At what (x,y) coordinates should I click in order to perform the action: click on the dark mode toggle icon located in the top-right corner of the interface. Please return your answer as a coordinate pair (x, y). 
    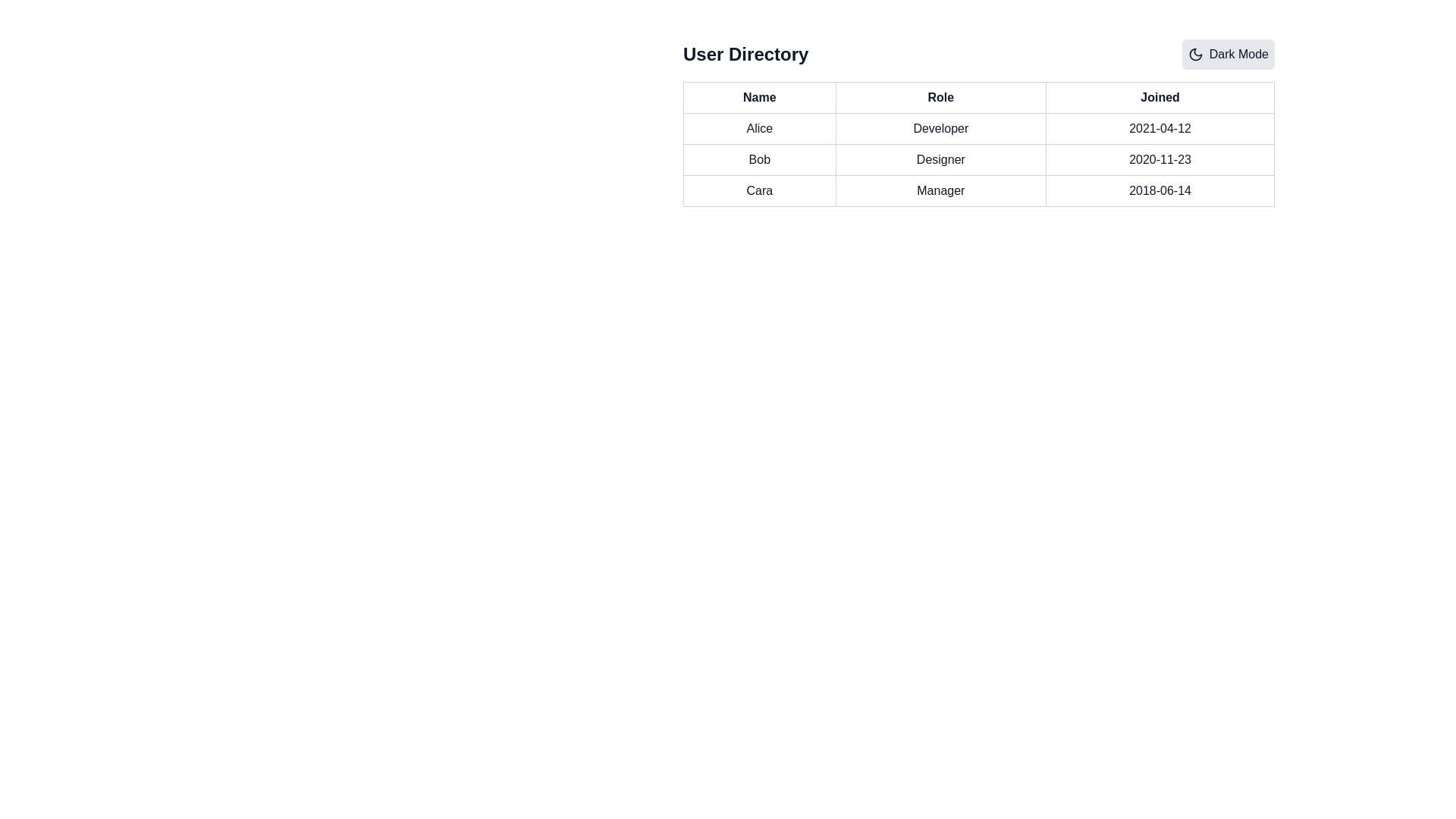
    Looking at the image, I should click on (1194, 54).